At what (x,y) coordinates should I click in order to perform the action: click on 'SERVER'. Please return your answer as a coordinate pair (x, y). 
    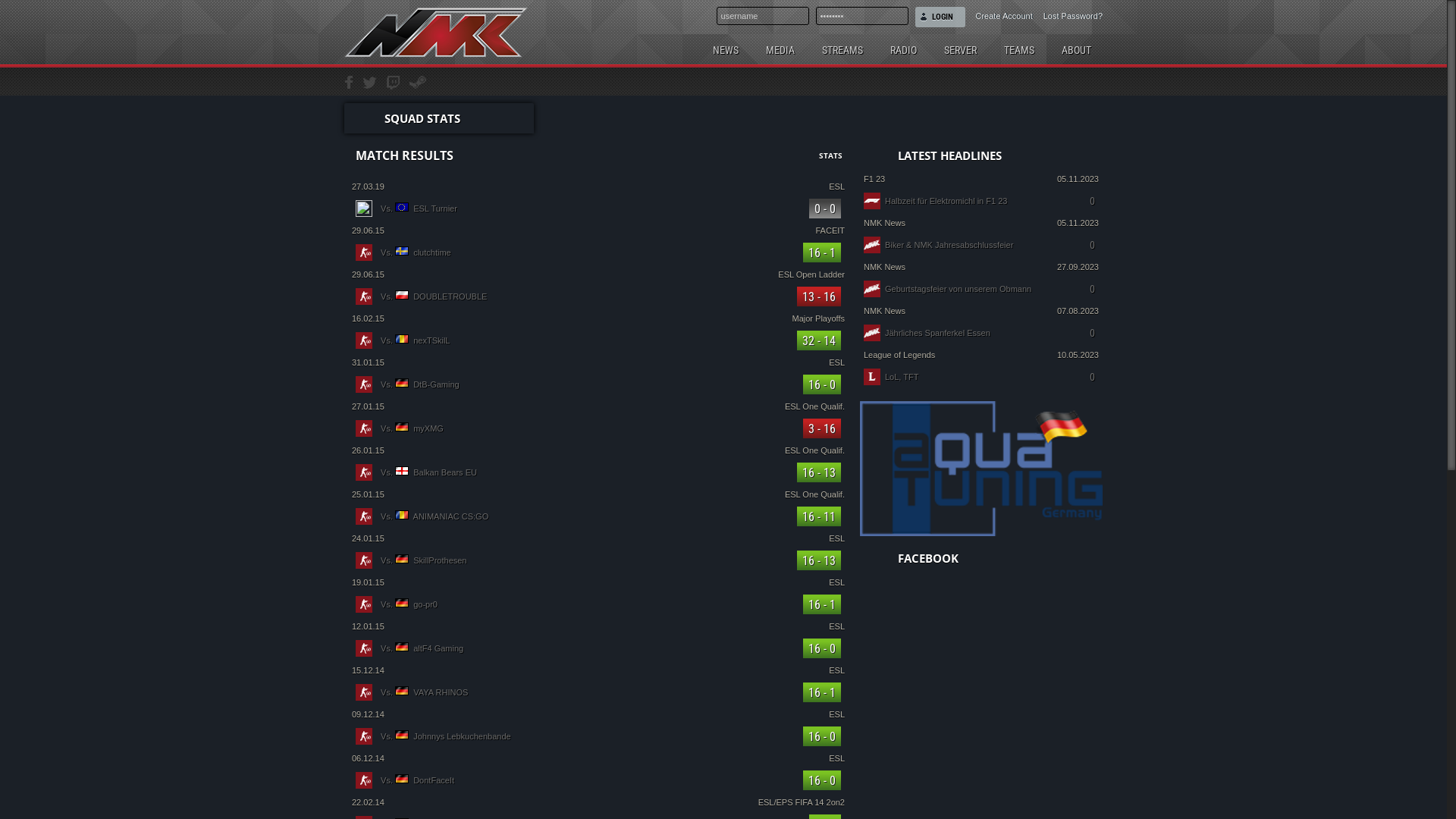
    Looking at the image, I should click on (959, 49).